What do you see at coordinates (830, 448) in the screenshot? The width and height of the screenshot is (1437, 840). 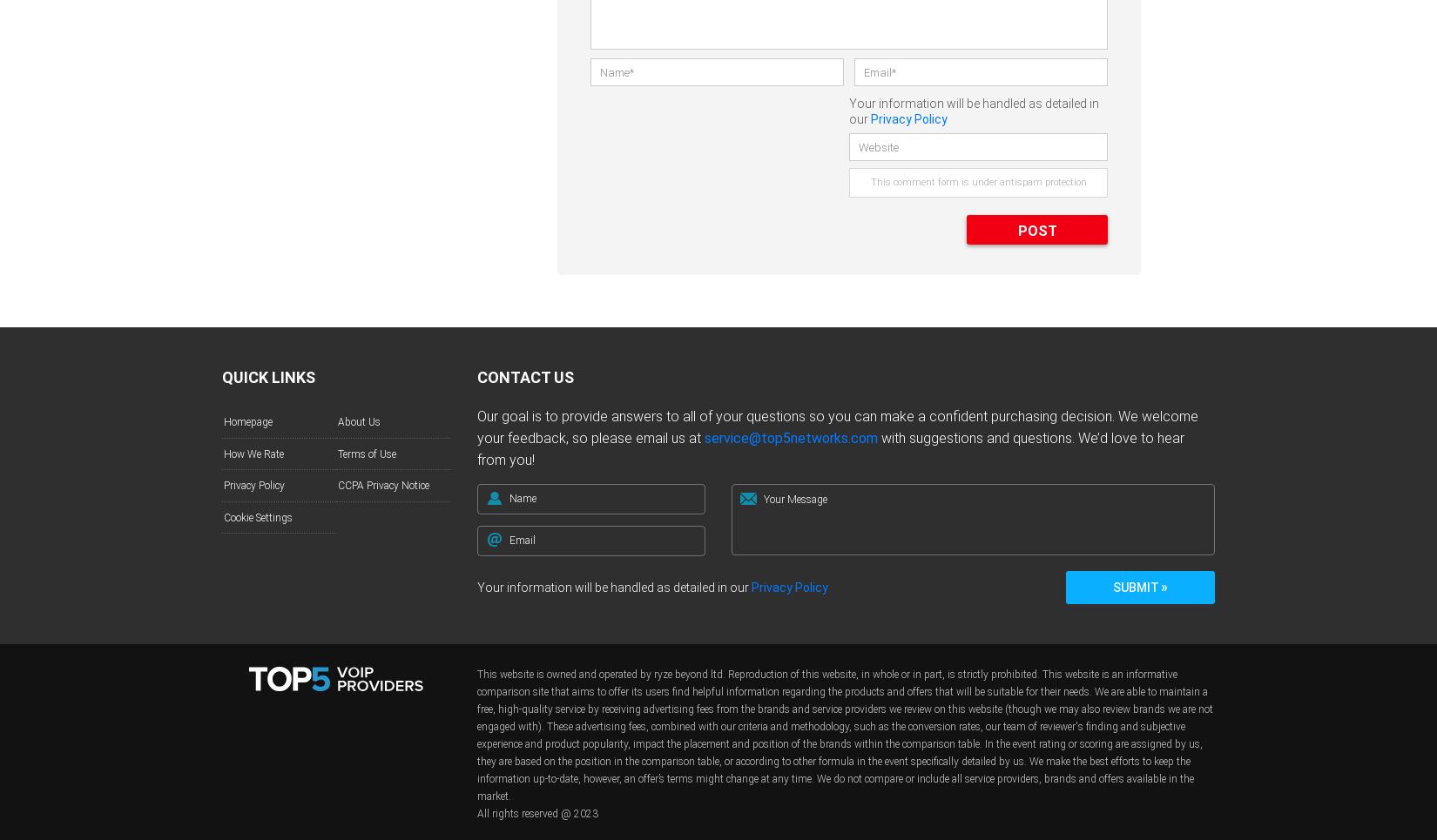 I see `'with suggestions and questions. We’d love to hear from you!'` at bounding box center [830, 448].